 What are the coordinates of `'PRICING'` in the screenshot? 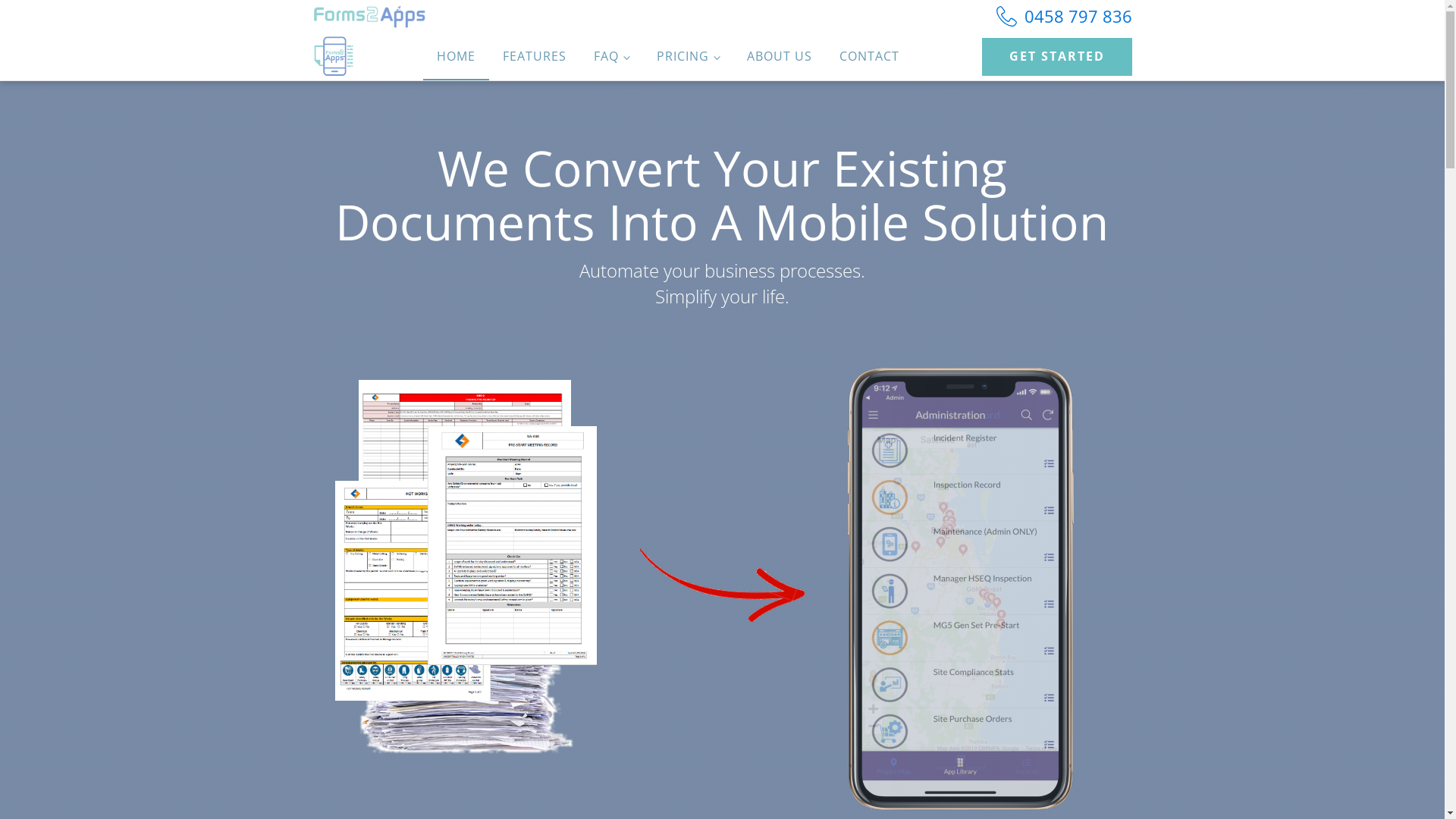 It's located at (687, 55).